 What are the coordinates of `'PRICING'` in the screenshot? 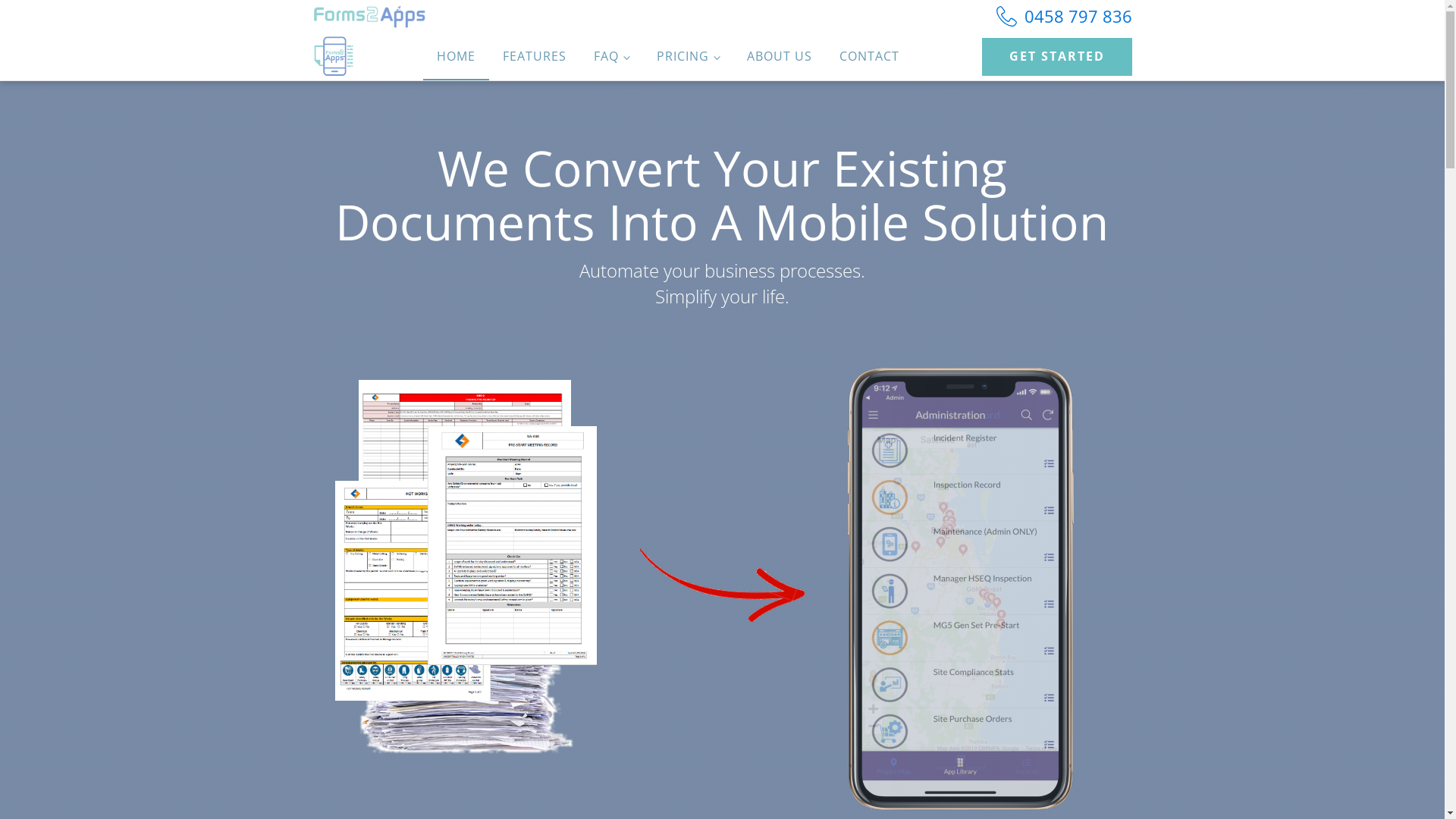 It's located at (687, 55).